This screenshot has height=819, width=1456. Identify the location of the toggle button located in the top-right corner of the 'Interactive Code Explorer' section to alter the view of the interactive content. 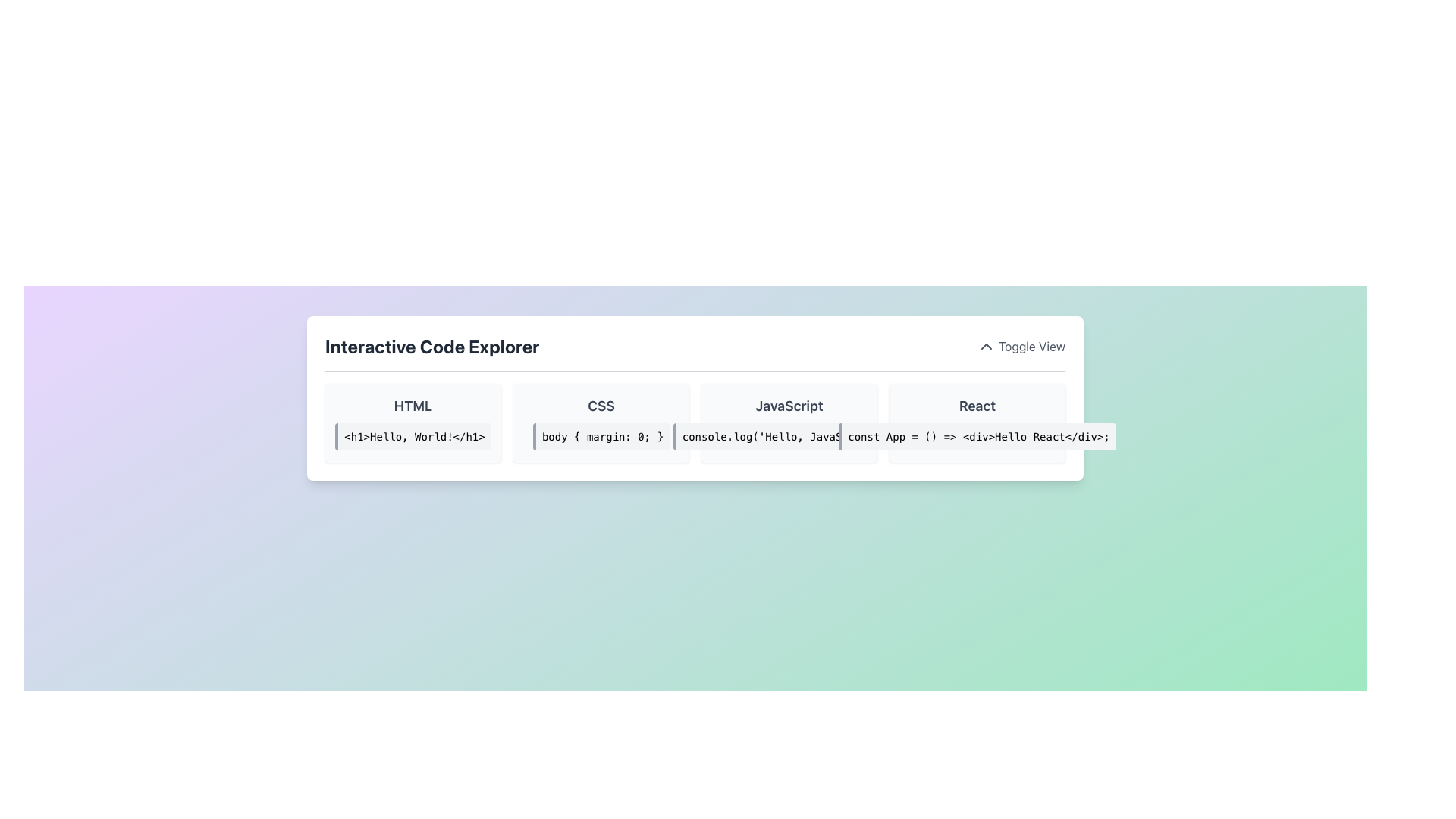
(1021, 346).